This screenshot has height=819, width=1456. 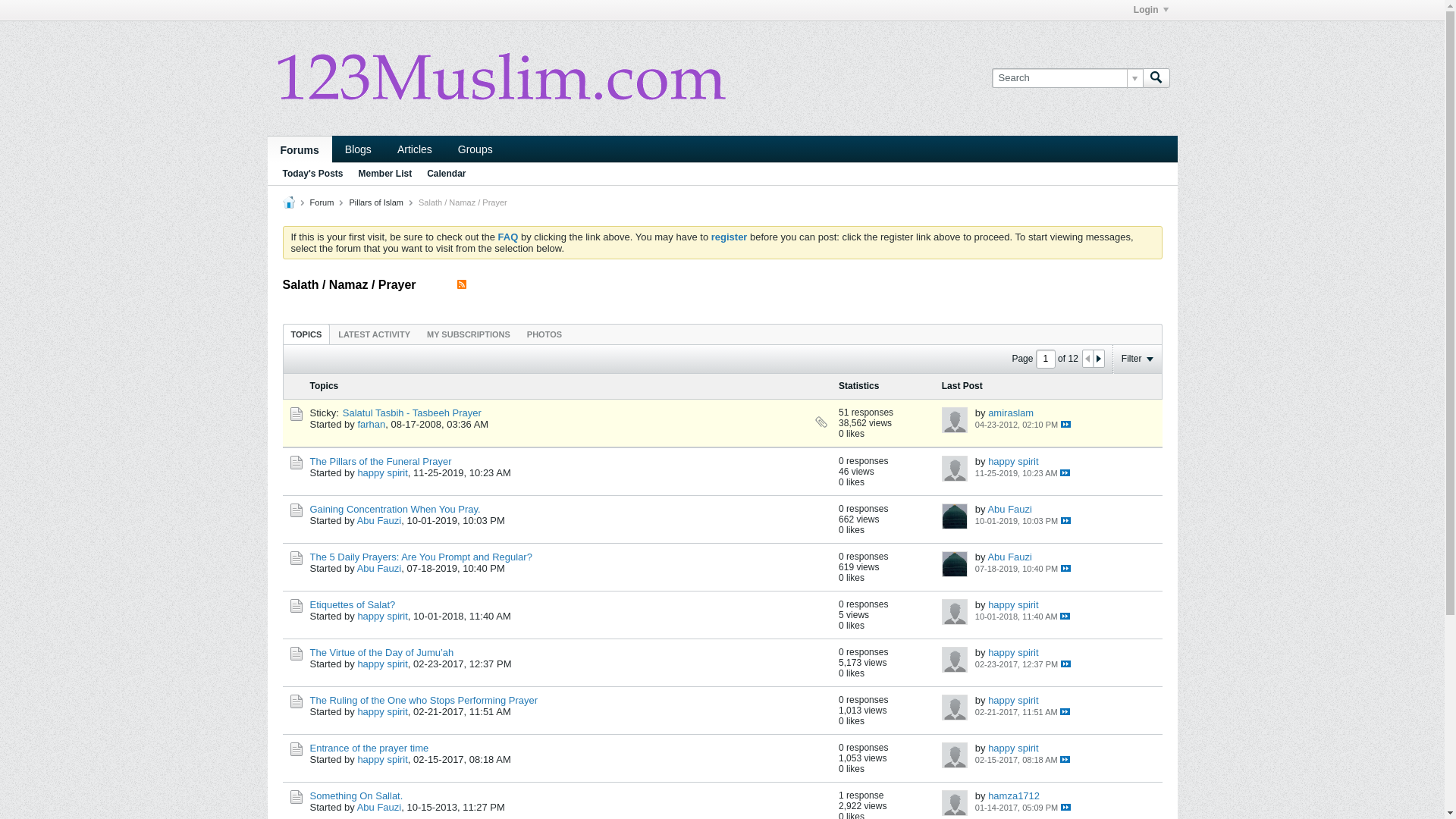 What do you see at coordinates (306, 333) in the screenshot?
I see `'TOPICS'` at bounding box center [306, 333].